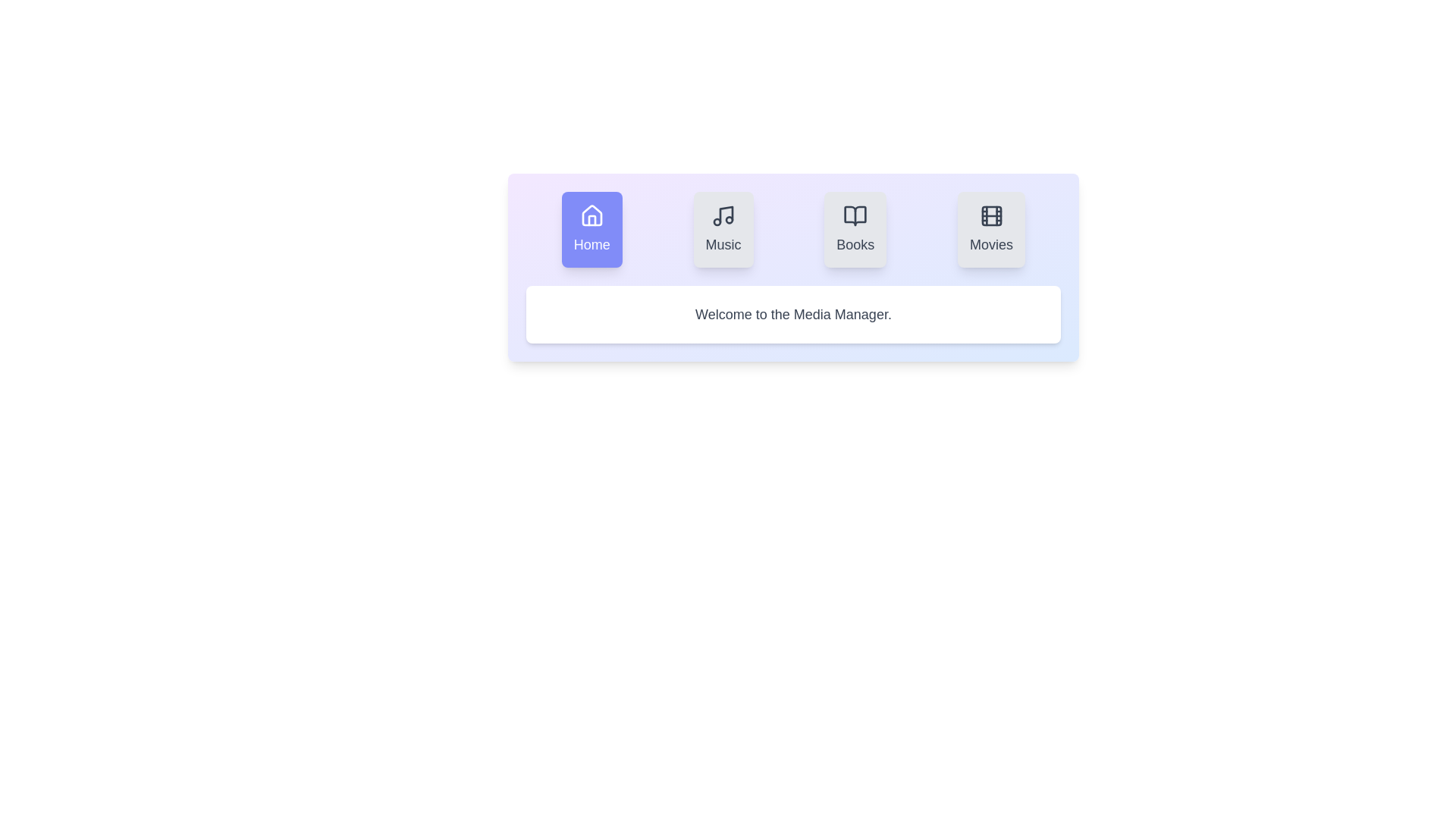 The height and width of the screenshot is (819, 1456). What do you see at coordinates (991, 230) in the screenshot?
I see `the Movies tab to observe its hover effect` at bounding box center [991, 230].